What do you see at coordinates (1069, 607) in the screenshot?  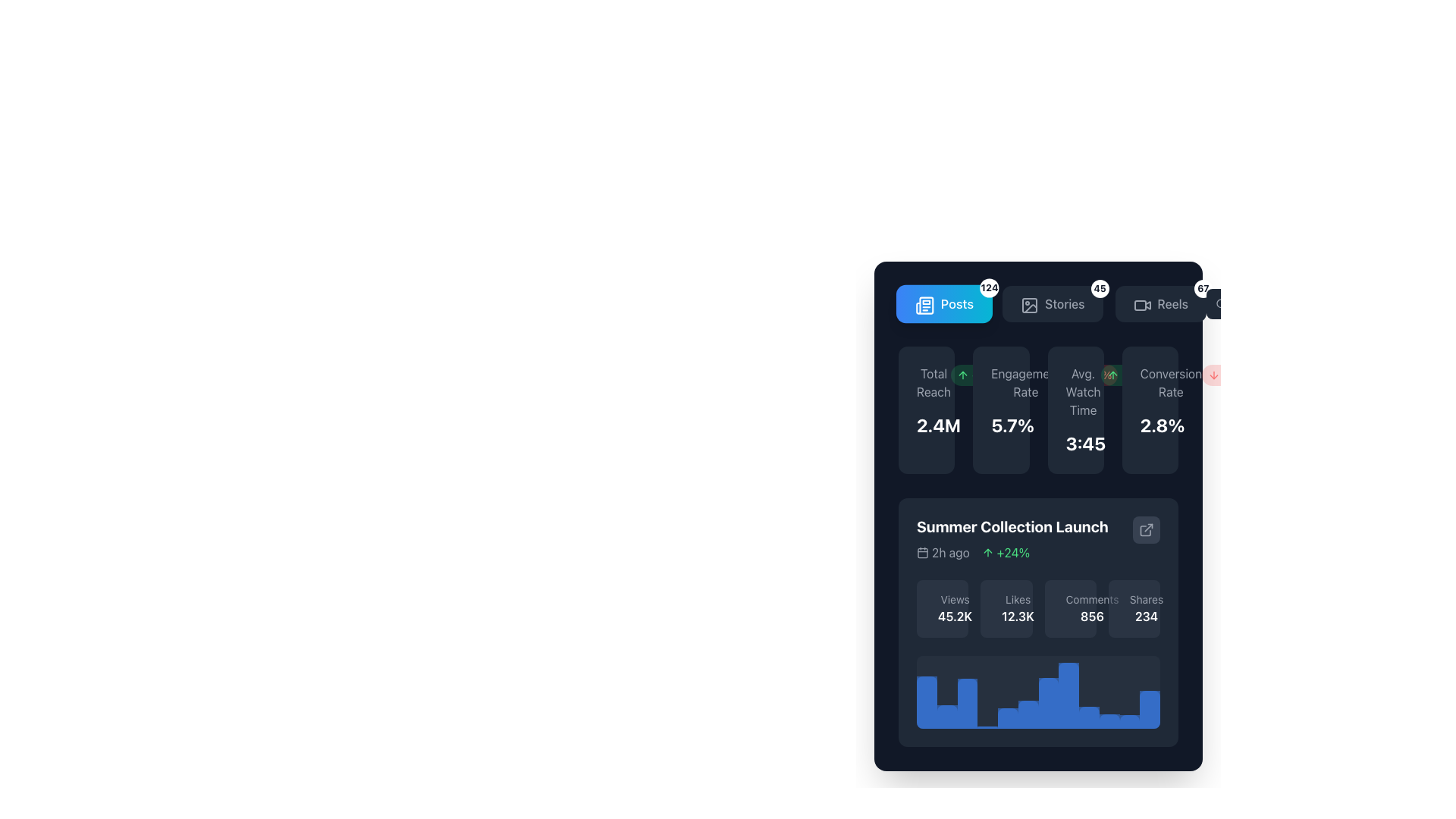 I see `the informational statistic card displaying the count of comments, which features a gray background, rounded corners, a green message icon, and the text '856' in bold white font` at bounding box center [1069, 607].